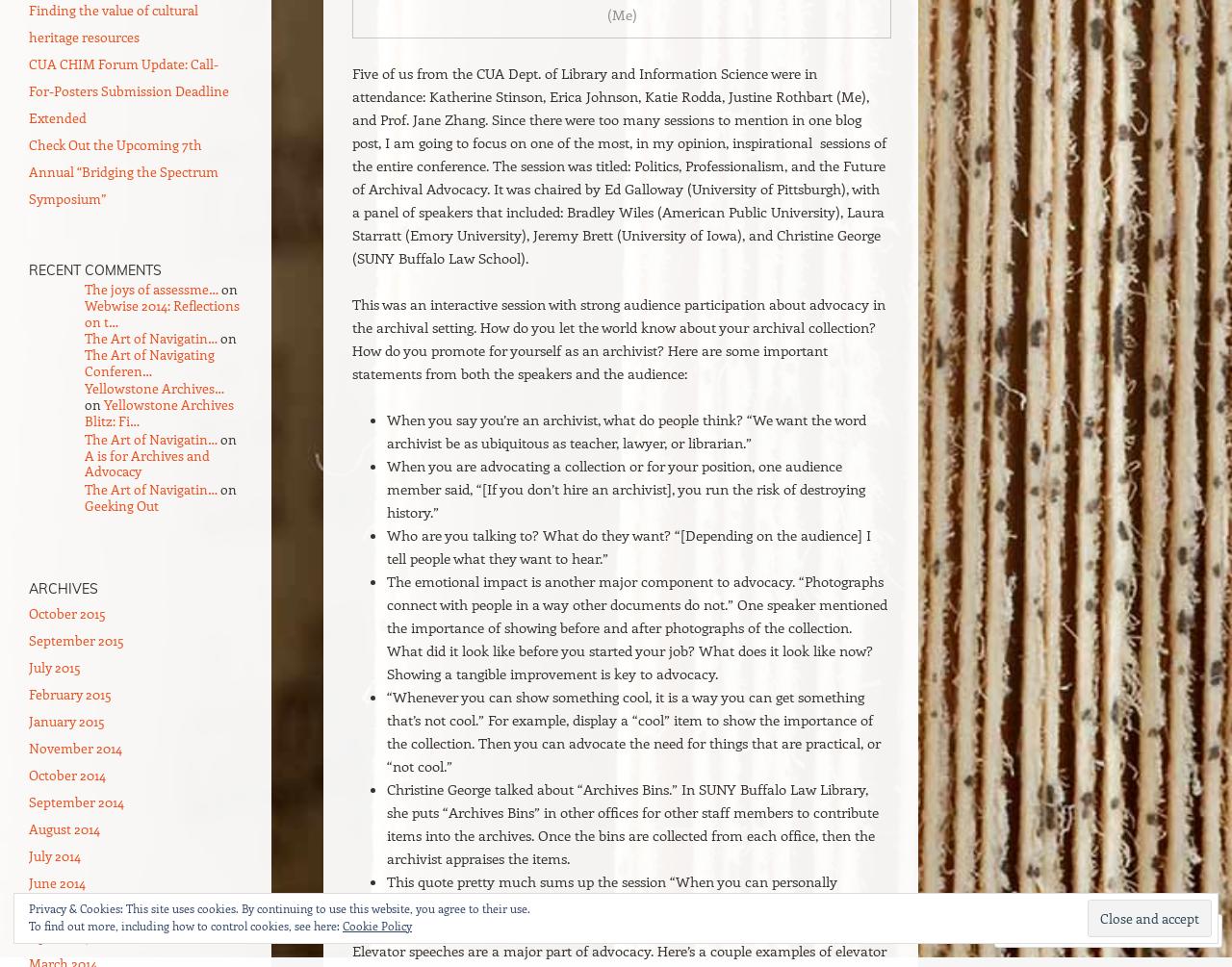 The image size is (1232, 967). Describe the element at coordinates (66, 721) in the screenshot. I see `'January 2015'` at that location.